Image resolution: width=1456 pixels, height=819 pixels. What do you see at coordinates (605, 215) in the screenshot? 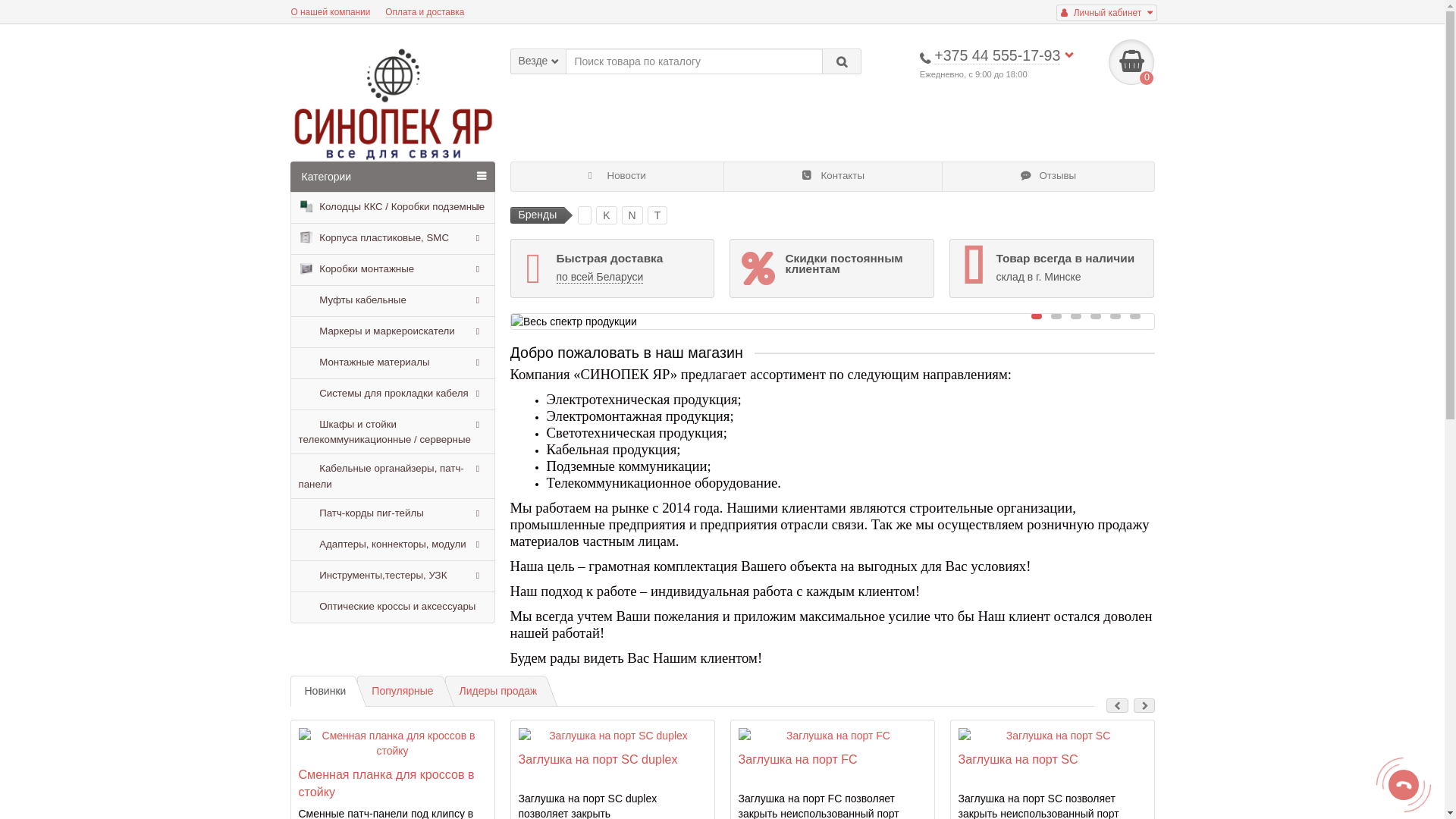
I see `'K'` at bounding box center [605, 215].